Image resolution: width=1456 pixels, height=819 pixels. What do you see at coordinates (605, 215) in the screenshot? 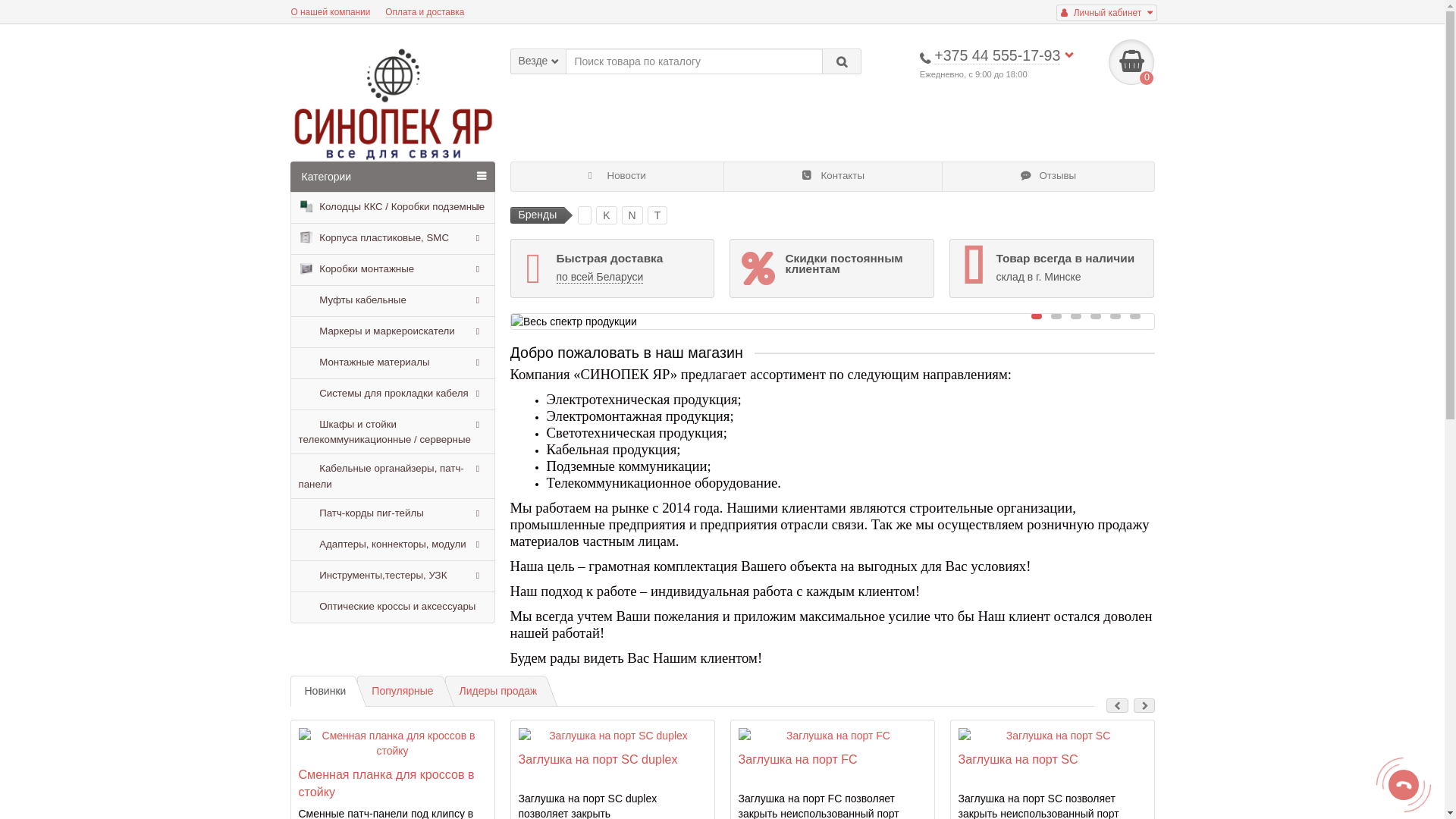
I see `'K'` at bounding box center [605, 215].